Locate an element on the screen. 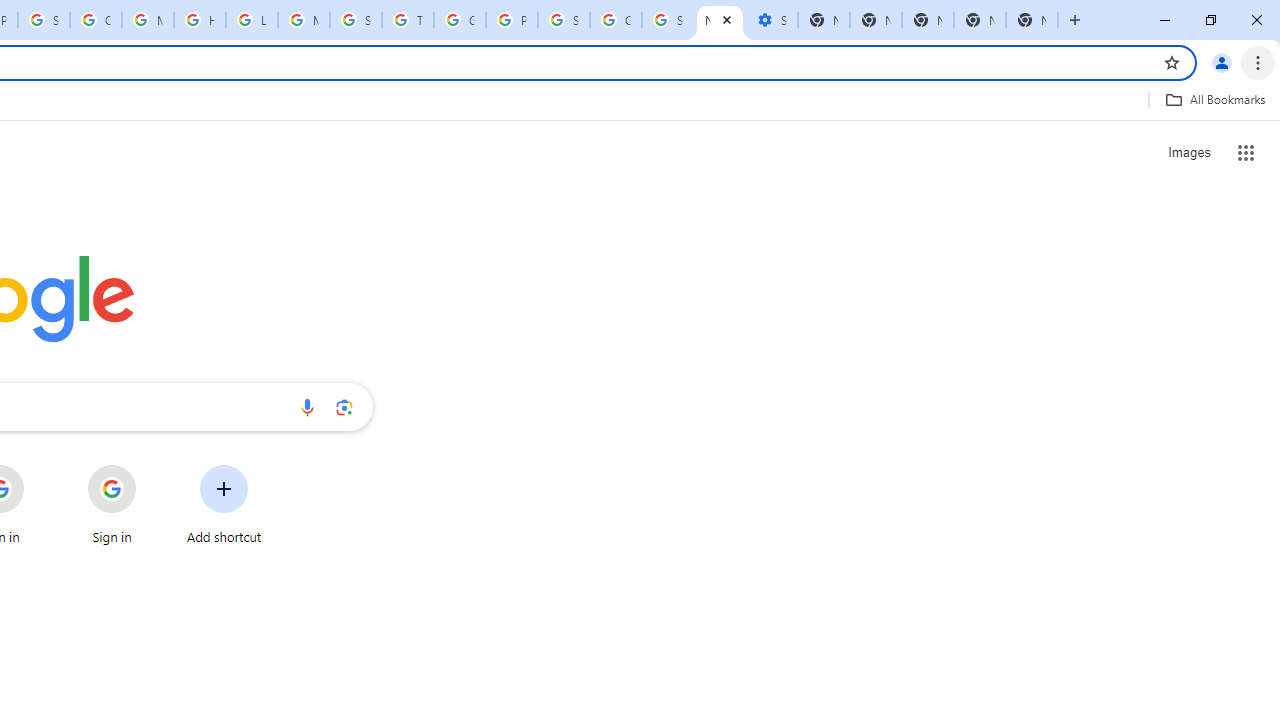 The image size is (1280, 720). 'Add shortcut' is located at coordinates (224, 504).